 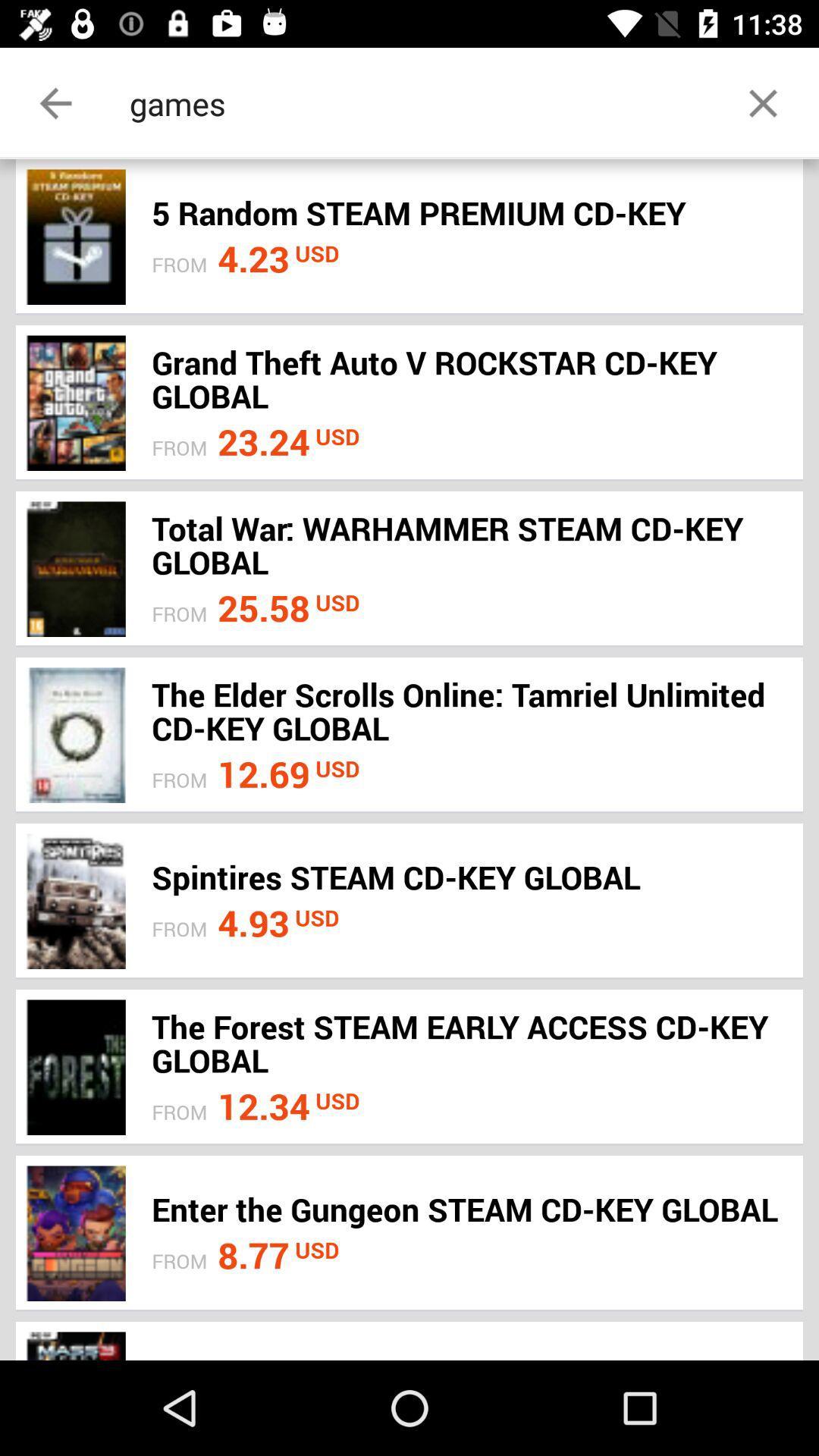 What do you see at coordinates (55, 102) in the screenshot?
I see `the arrow_backward icon` at bounding box center [55, 102].